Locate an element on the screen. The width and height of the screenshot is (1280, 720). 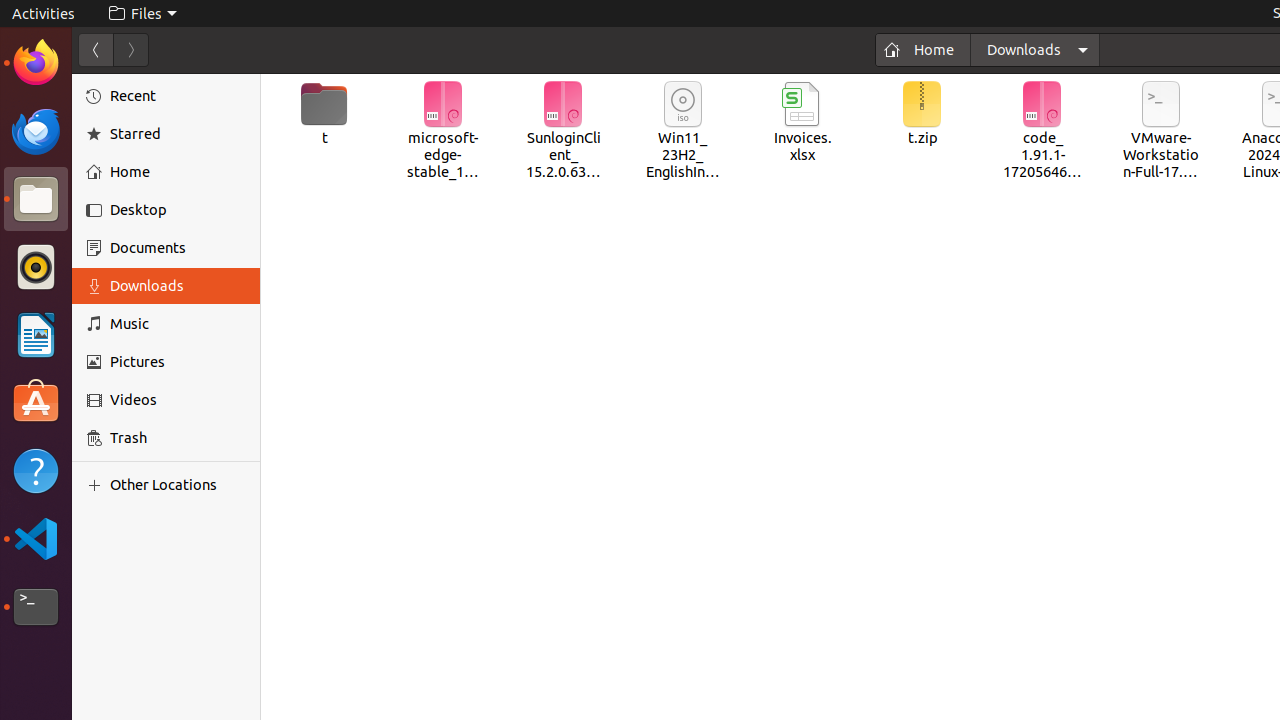
'Music' is located at coordinates (178, 323).